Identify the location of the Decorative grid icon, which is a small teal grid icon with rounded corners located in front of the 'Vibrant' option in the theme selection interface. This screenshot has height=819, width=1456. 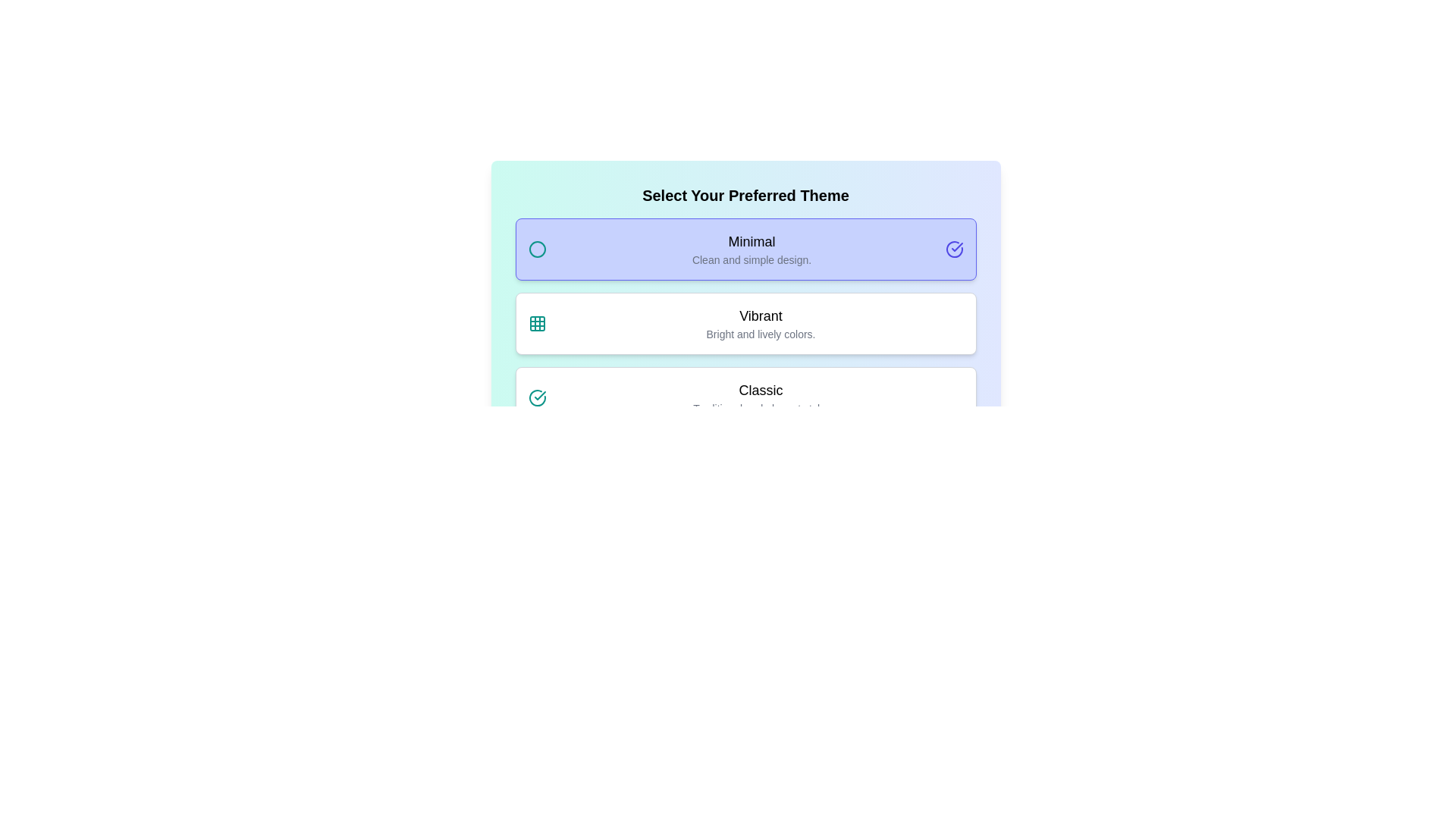
(537, 323).